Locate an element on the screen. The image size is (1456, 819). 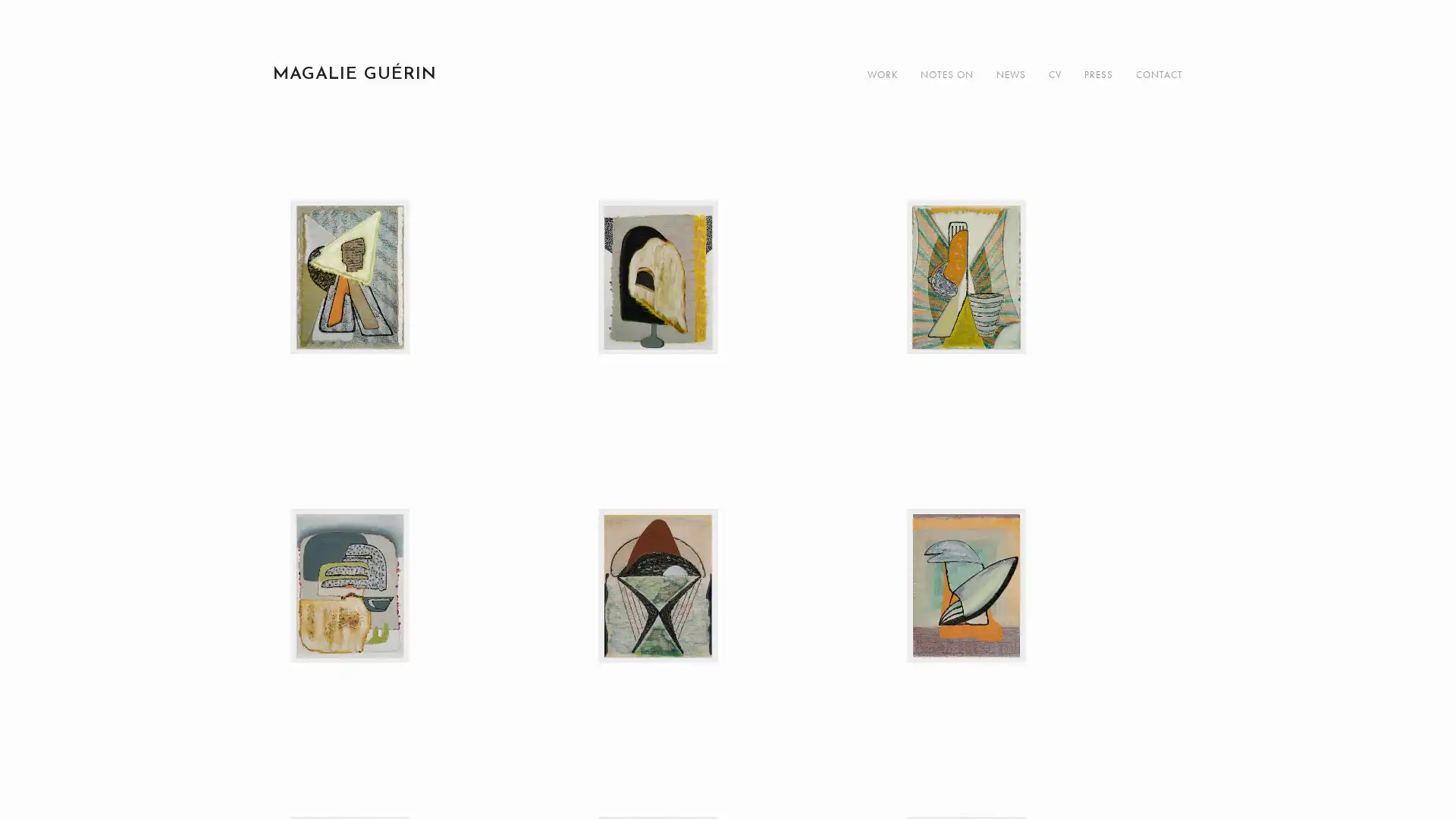
View fullsize Untitled (quarantine painting 05), 2020 is located at coordinates (726, 654).